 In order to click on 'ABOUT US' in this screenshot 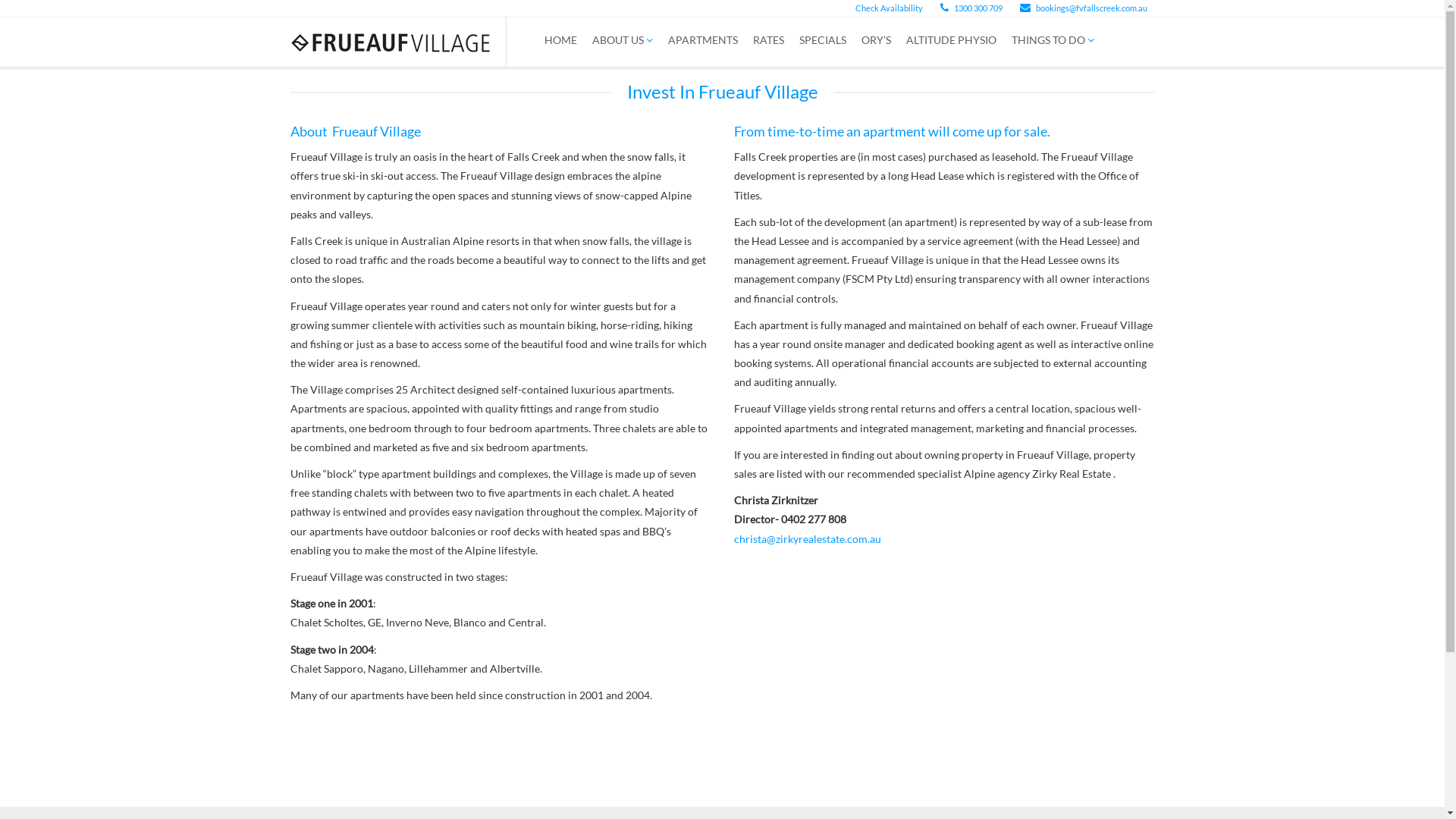, I will do `click(622, 39)`.